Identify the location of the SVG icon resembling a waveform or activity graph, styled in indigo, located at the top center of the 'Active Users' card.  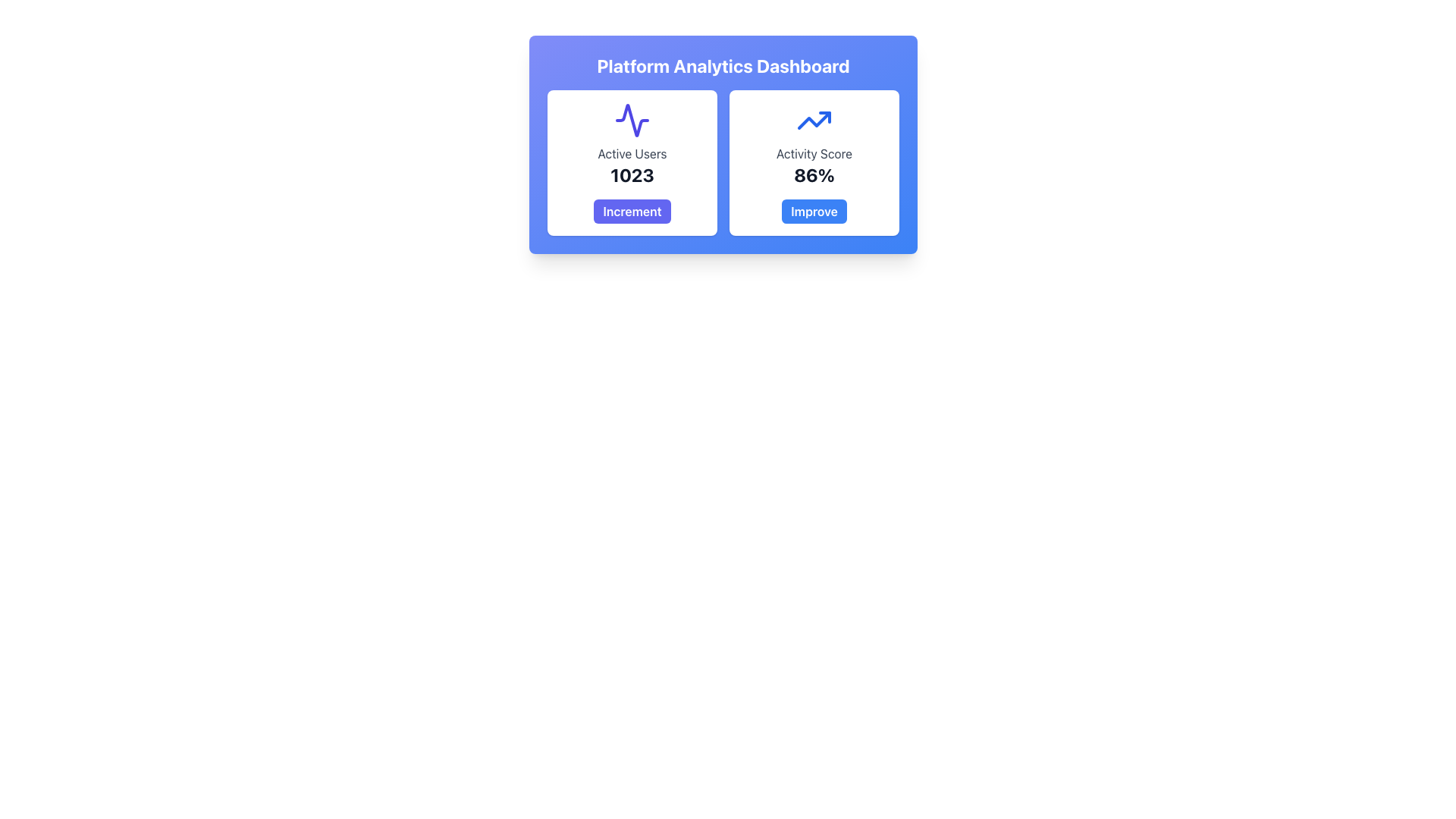
(632, 119).